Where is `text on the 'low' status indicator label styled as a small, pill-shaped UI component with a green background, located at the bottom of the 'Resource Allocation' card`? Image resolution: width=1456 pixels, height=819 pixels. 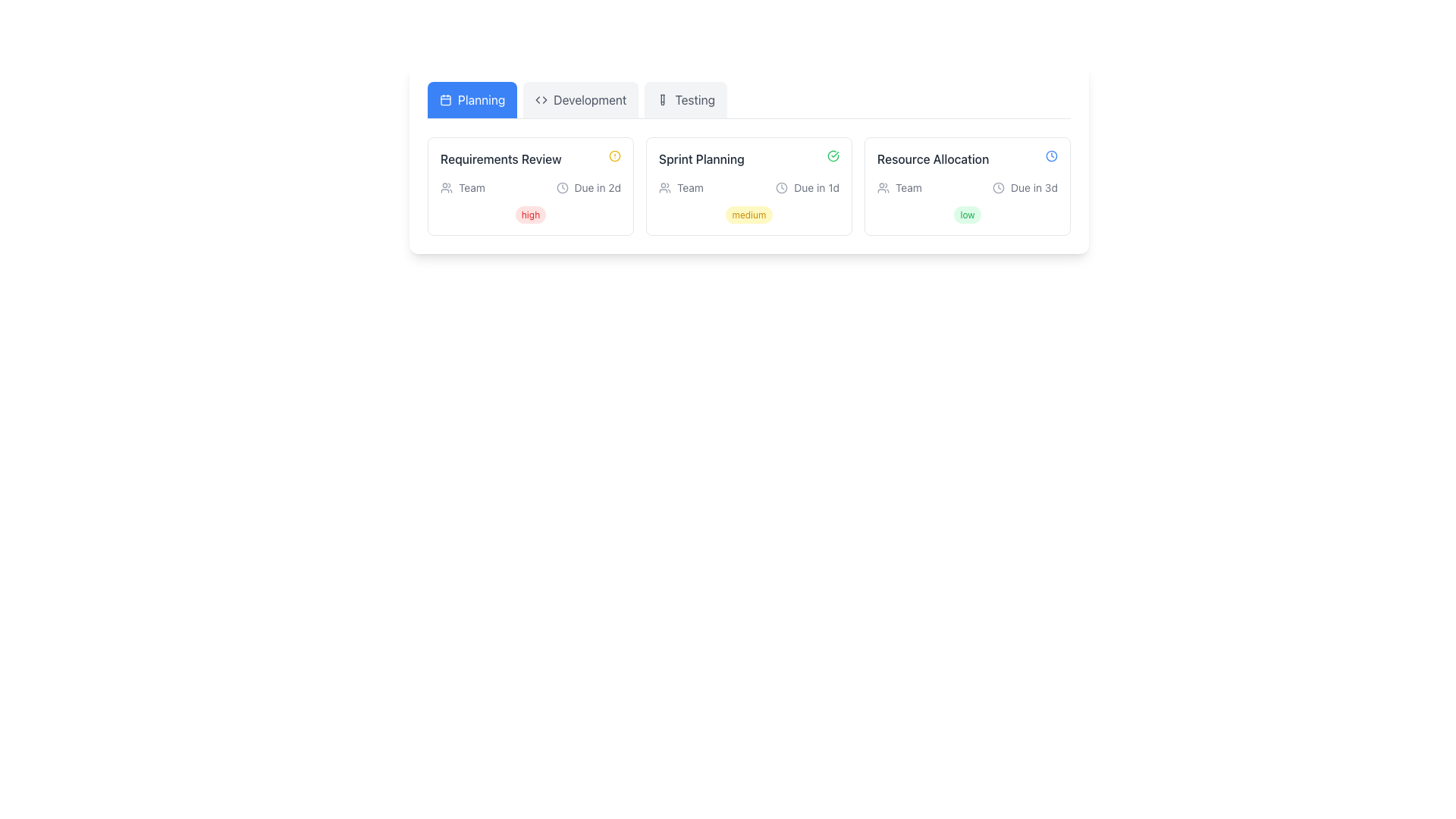
text on the 'low' status indicator label styled as a small, pill-shaped UI component with a green background, located at the bottom of the 'Resource Allocation' card is located at coordinates (967, 213).